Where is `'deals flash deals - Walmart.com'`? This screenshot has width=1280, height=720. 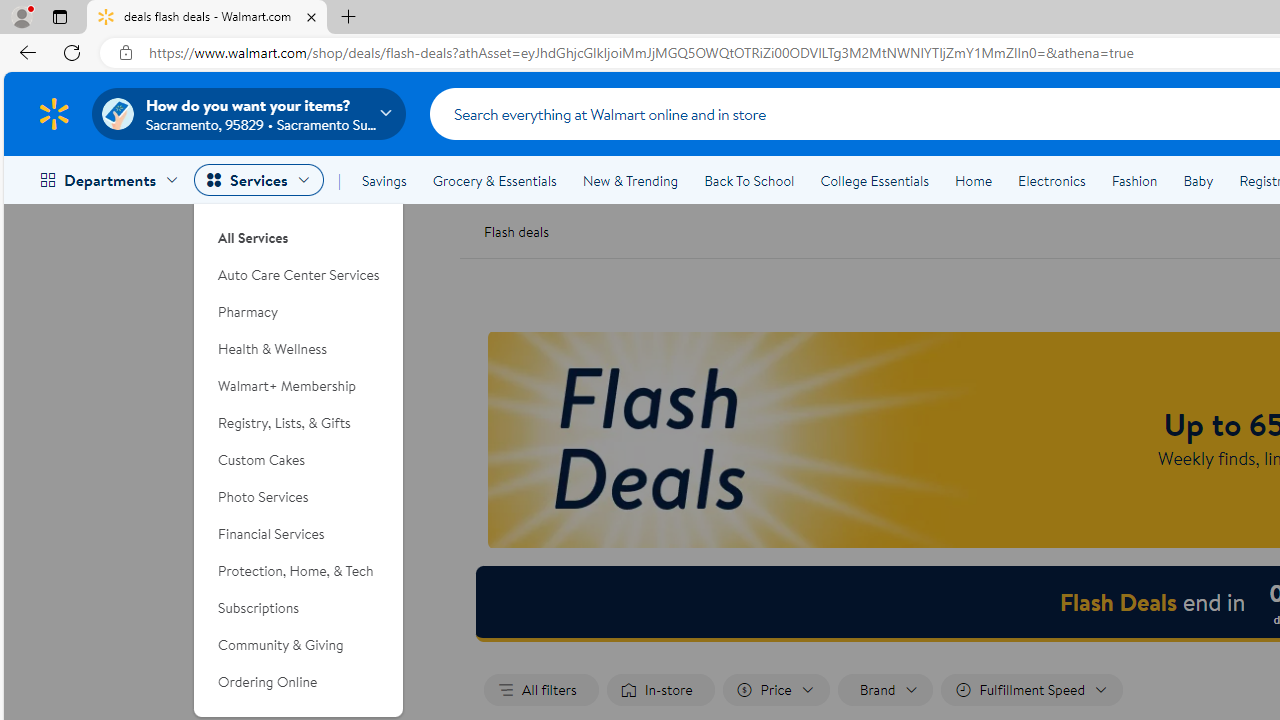 'deals flash deals - Walmart.com' is located at coordinates (207, 17).